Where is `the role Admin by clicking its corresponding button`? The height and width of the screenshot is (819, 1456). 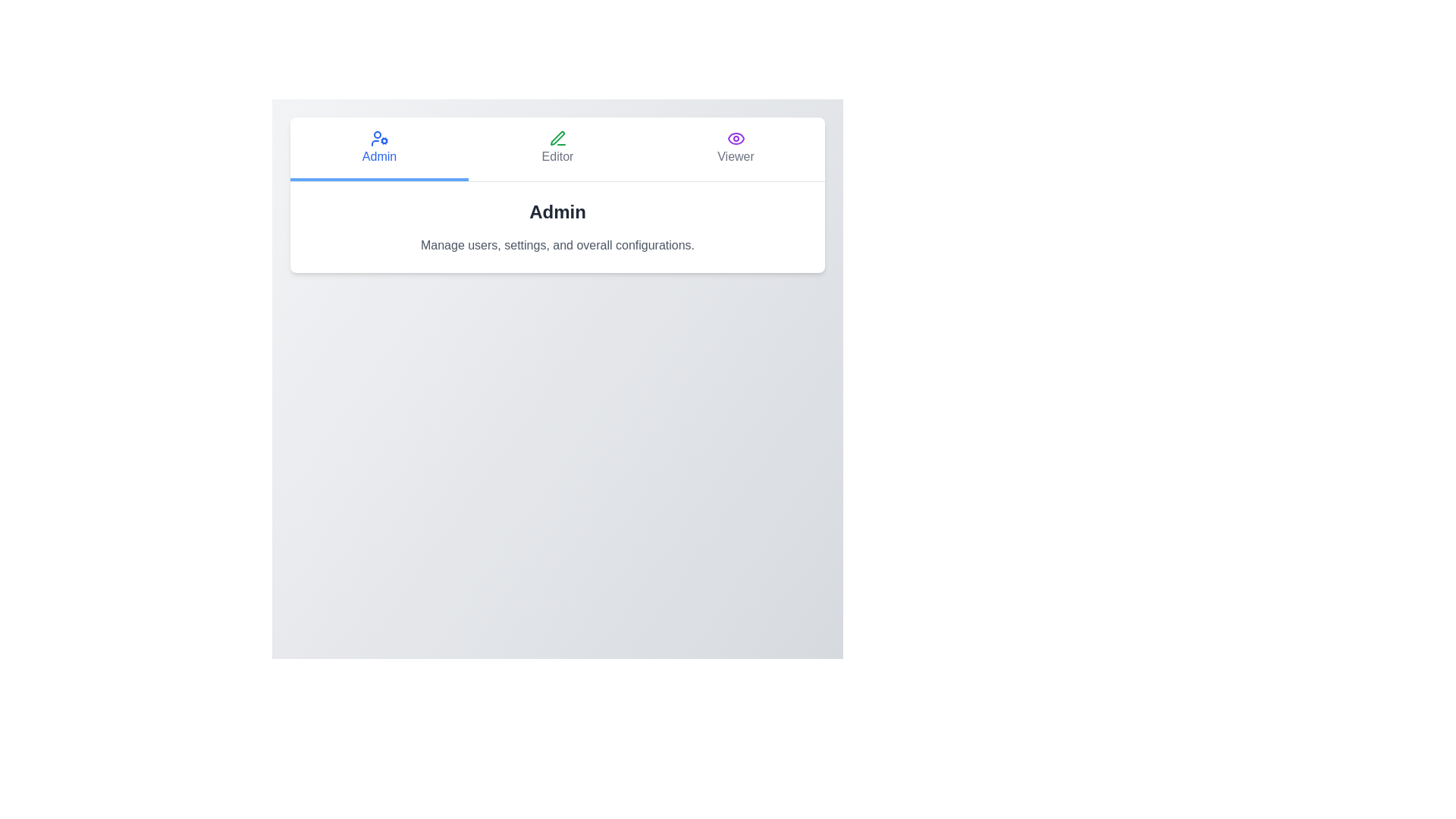
the role Admin by clicking its corresponding button is located at coordinates (379, 149).